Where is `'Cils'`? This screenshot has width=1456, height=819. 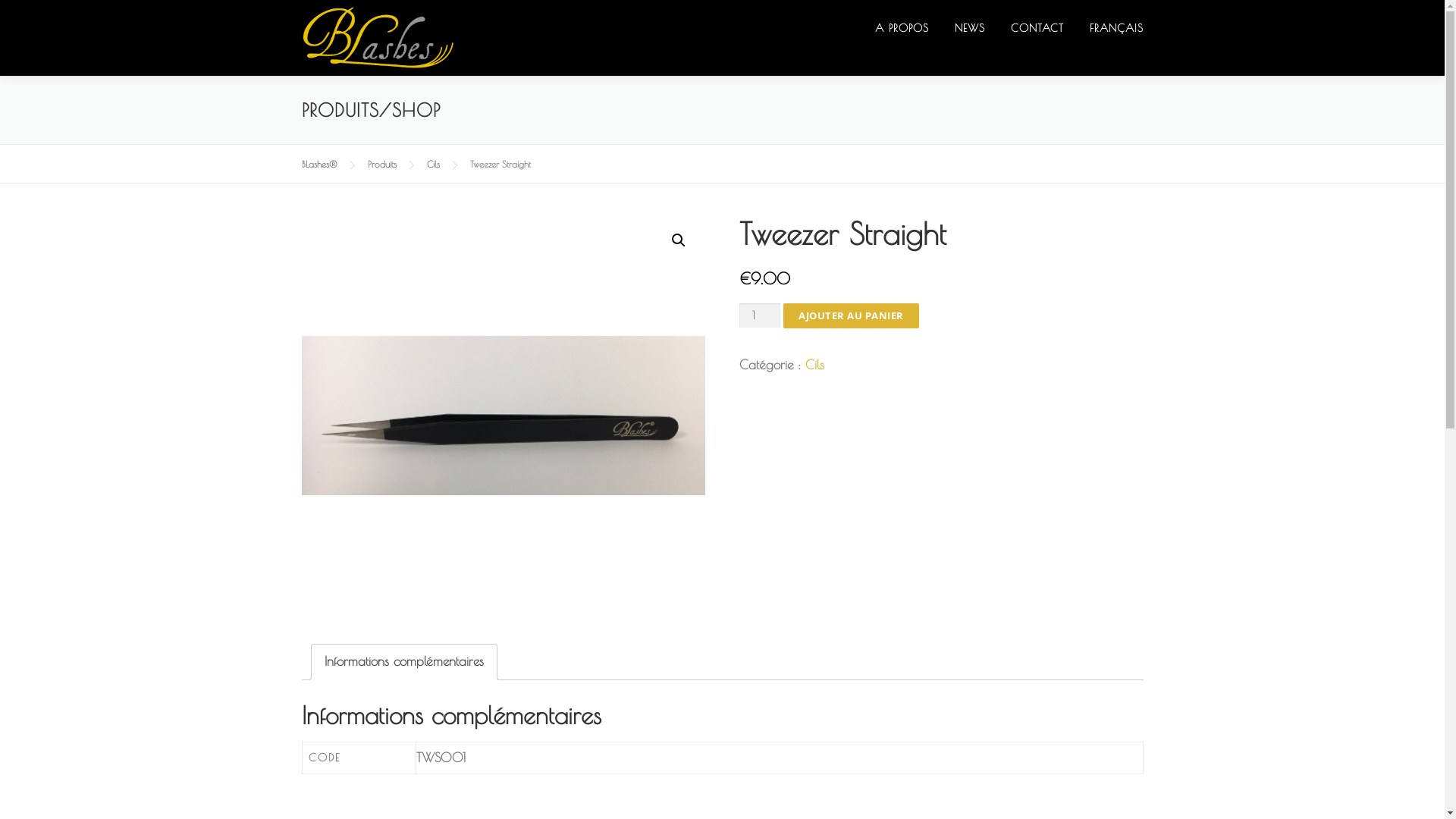 'Cils' is located at coordinates (814, 365).